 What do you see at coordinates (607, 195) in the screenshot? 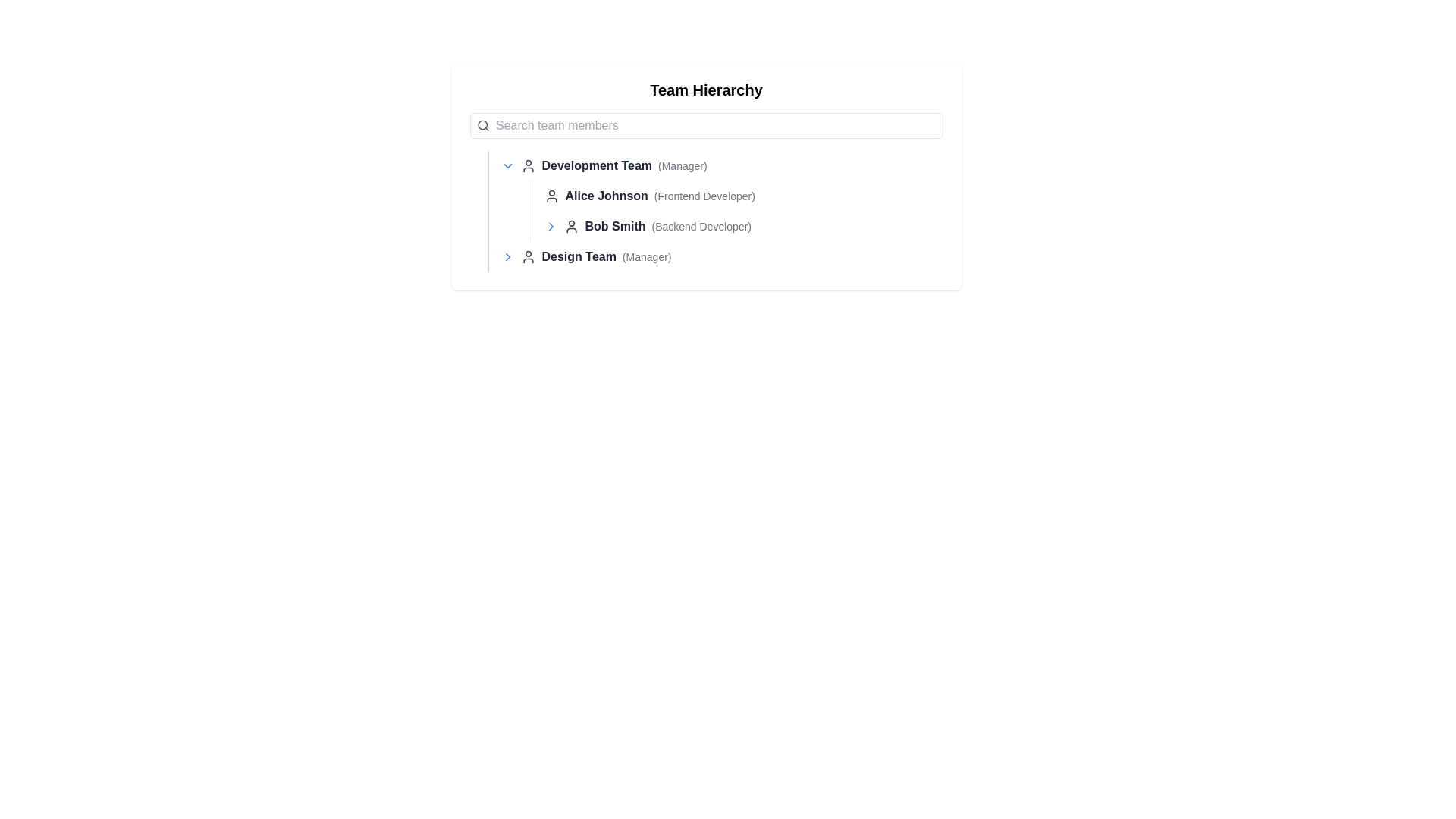
I see `the text label representing an individual's name within the team hierarchy, located directly under the 'Development Team (Manager)' entry` at bounding box center [607, 195].